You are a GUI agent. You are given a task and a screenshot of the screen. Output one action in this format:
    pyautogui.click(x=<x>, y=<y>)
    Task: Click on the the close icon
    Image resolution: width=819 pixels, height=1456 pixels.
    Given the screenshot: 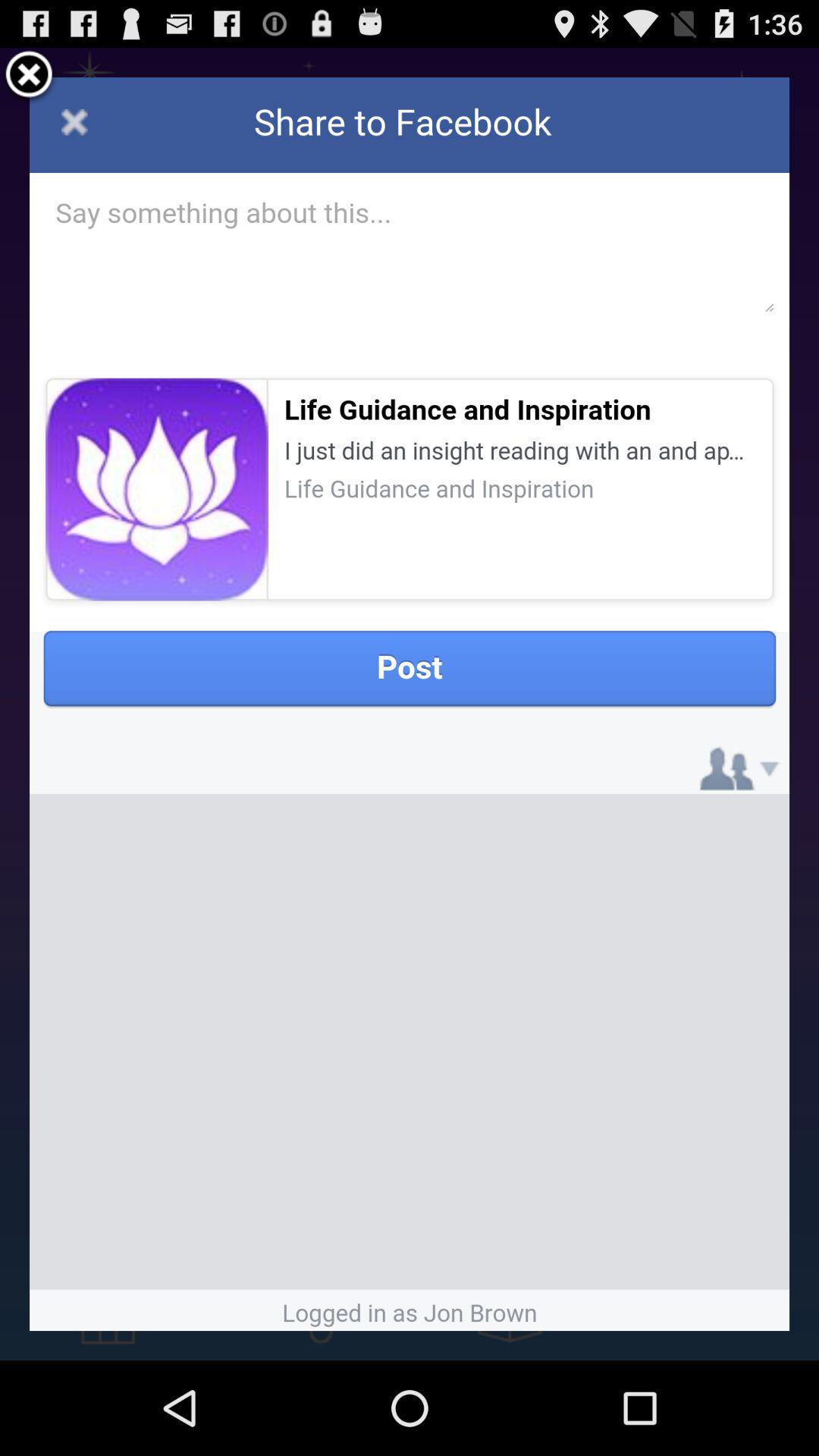 What is the action you would take?
    pyautogui.click(x=29, y=81)
    